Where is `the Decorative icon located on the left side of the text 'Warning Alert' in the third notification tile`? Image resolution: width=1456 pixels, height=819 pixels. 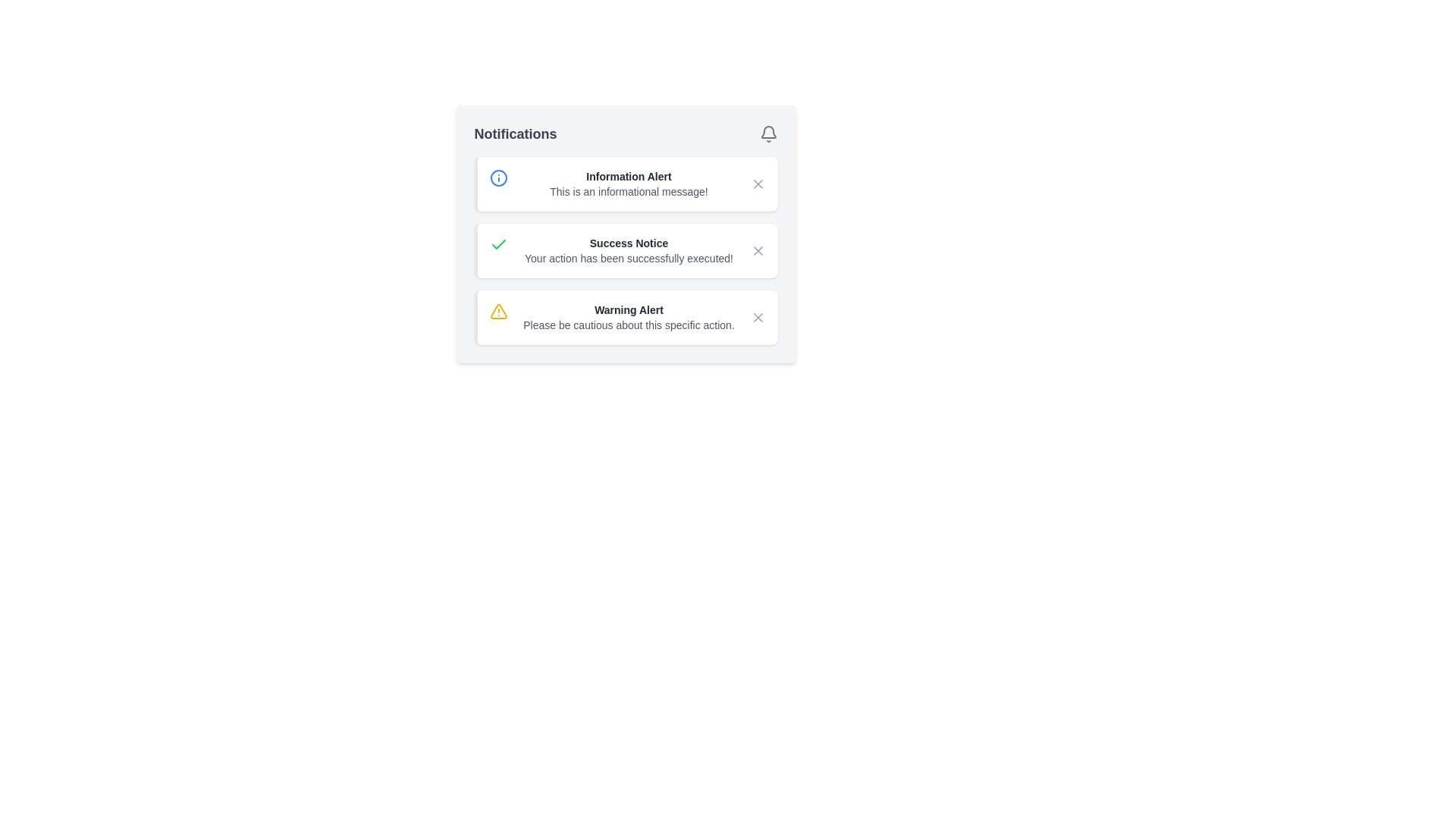 the Decorative icon located on the left side of the text 'Warning Alert' in the third notification tile is located at coordinates (498, 310).